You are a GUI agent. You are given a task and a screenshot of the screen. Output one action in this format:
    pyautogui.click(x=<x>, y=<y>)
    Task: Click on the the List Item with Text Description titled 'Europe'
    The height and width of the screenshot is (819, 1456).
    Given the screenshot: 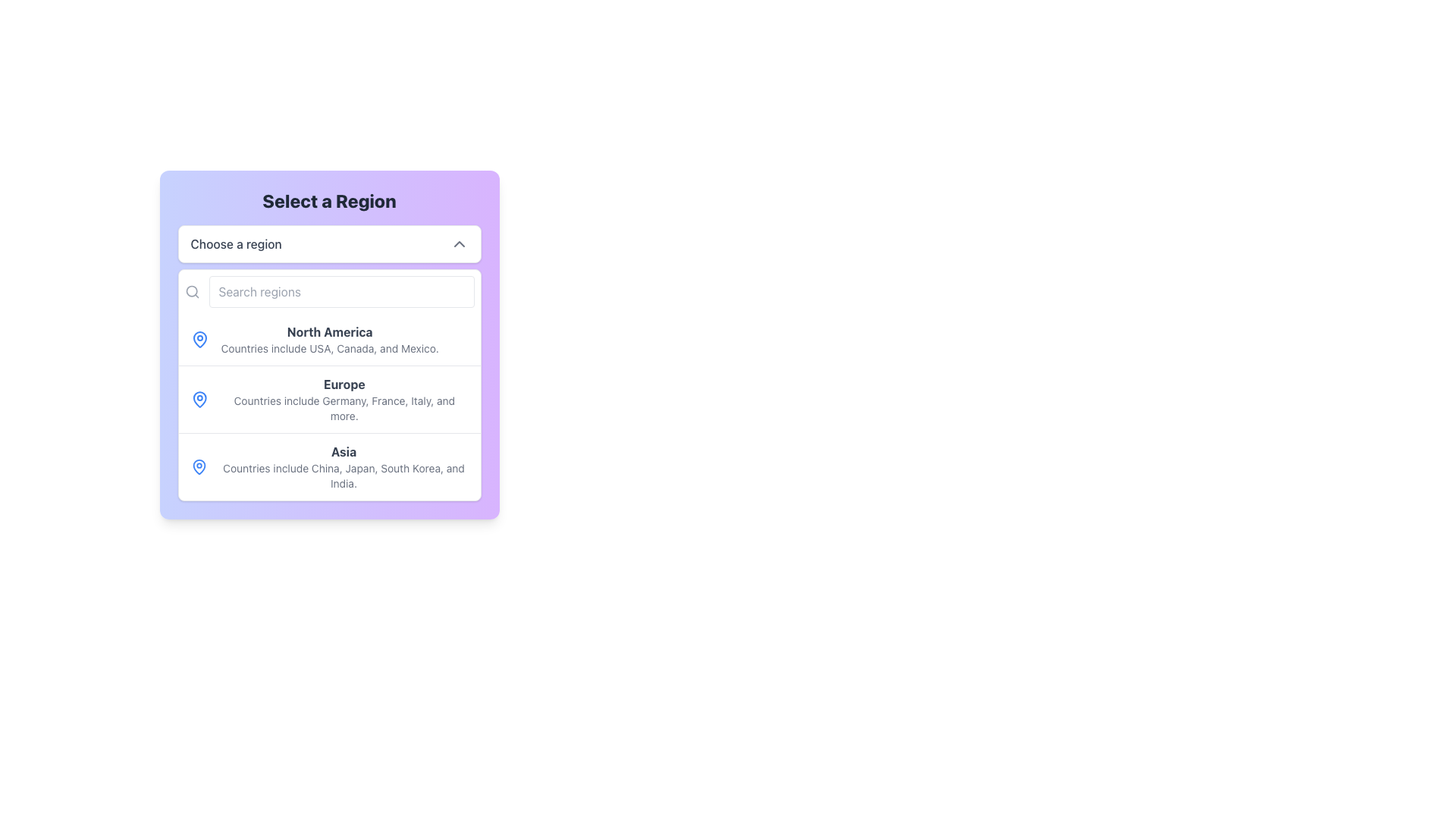 What is the action you would take?
    pyautogui.click(x=344, y=399)
    